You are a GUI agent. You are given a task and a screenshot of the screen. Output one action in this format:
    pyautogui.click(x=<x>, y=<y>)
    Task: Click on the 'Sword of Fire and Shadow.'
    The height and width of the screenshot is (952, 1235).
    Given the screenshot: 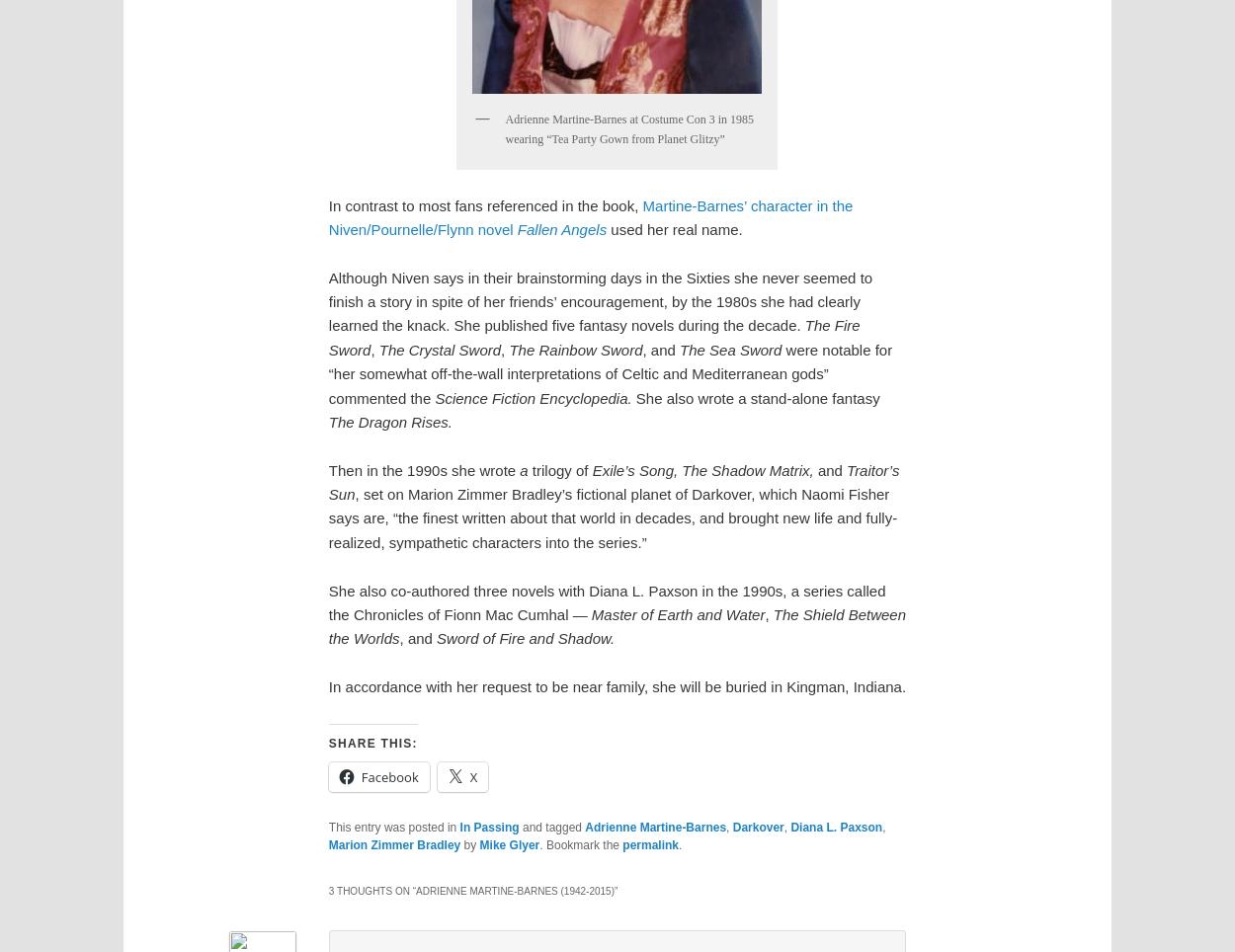 What is the action you would take?
    pyautogui.click(x=526, y=637)
    